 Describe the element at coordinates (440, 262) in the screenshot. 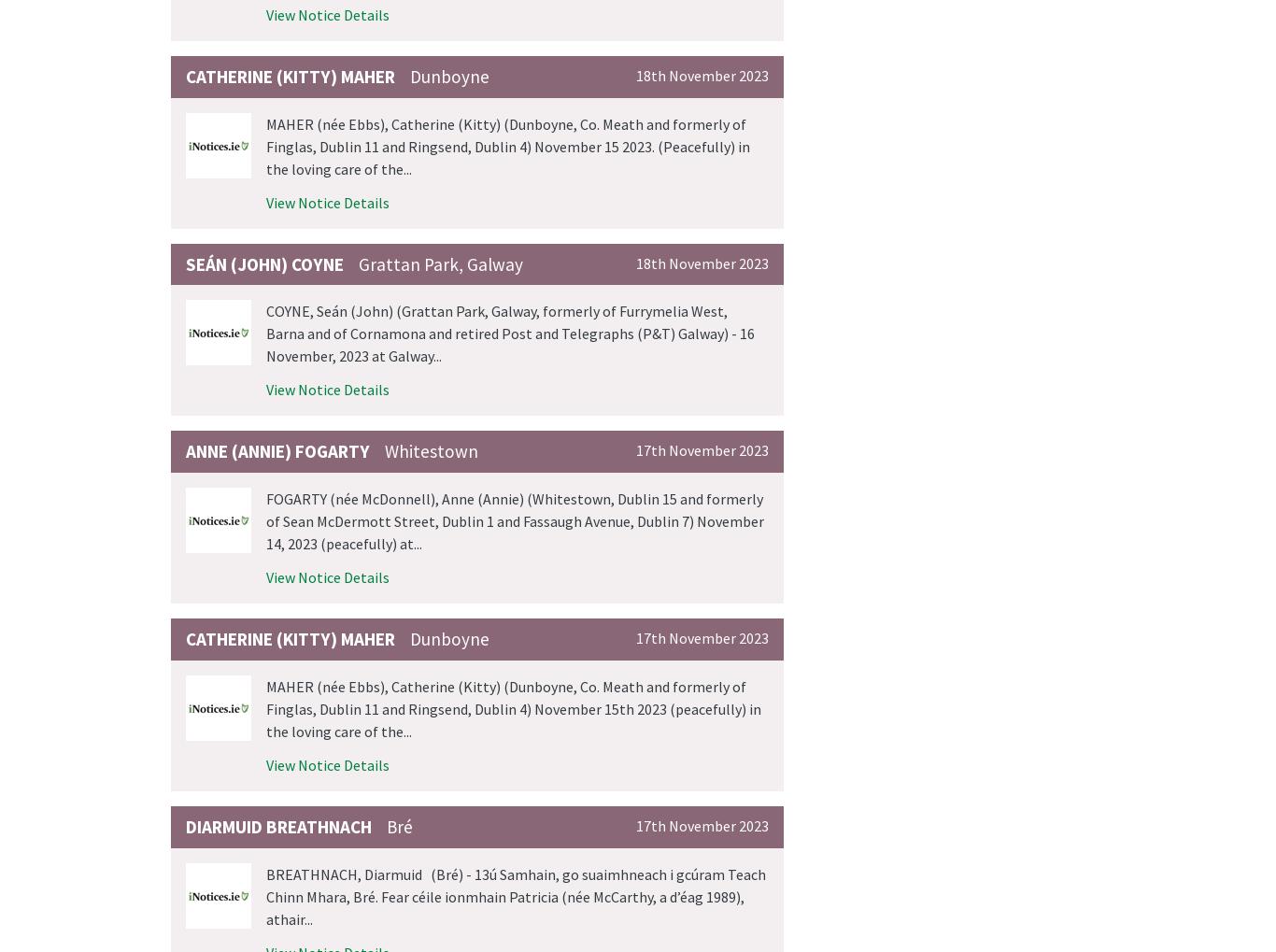

I see `'Grattan Park, Galway'` at that location.